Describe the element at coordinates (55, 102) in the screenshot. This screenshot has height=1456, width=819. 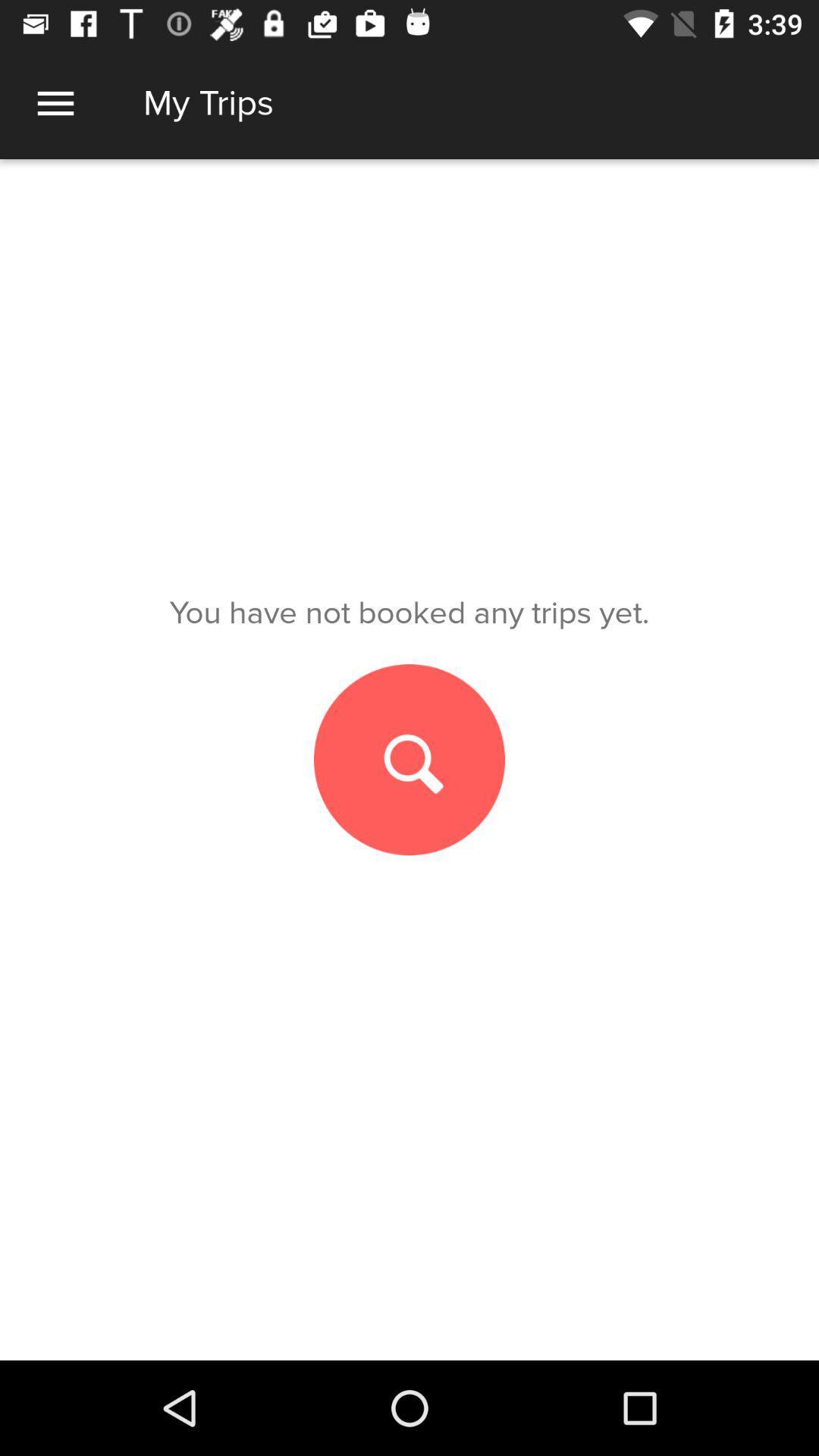
I see `options` at that location.